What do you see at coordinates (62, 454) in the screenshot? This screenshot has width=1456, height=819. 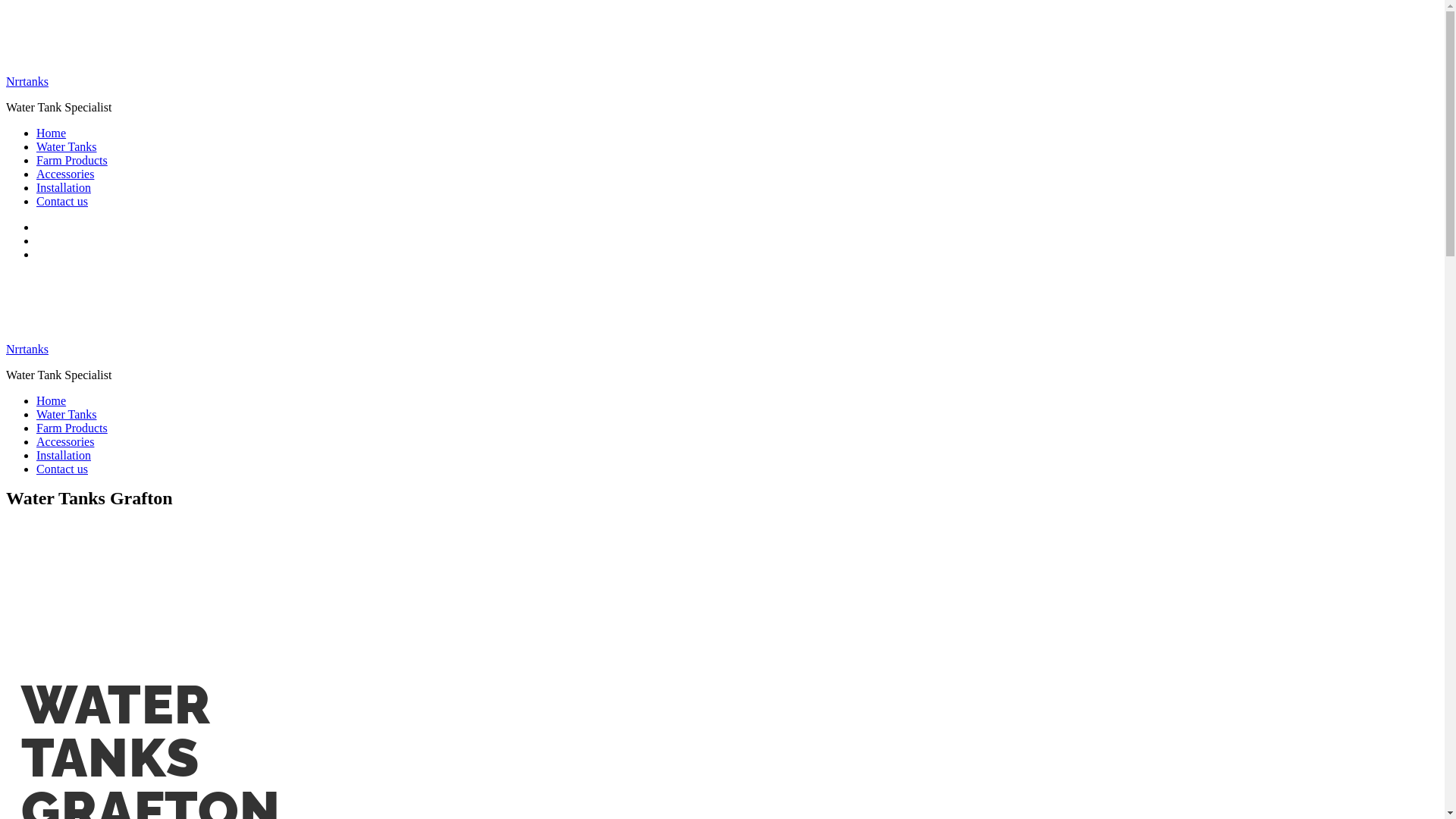 I see `'Installation'` at bounding box center [62, 454].